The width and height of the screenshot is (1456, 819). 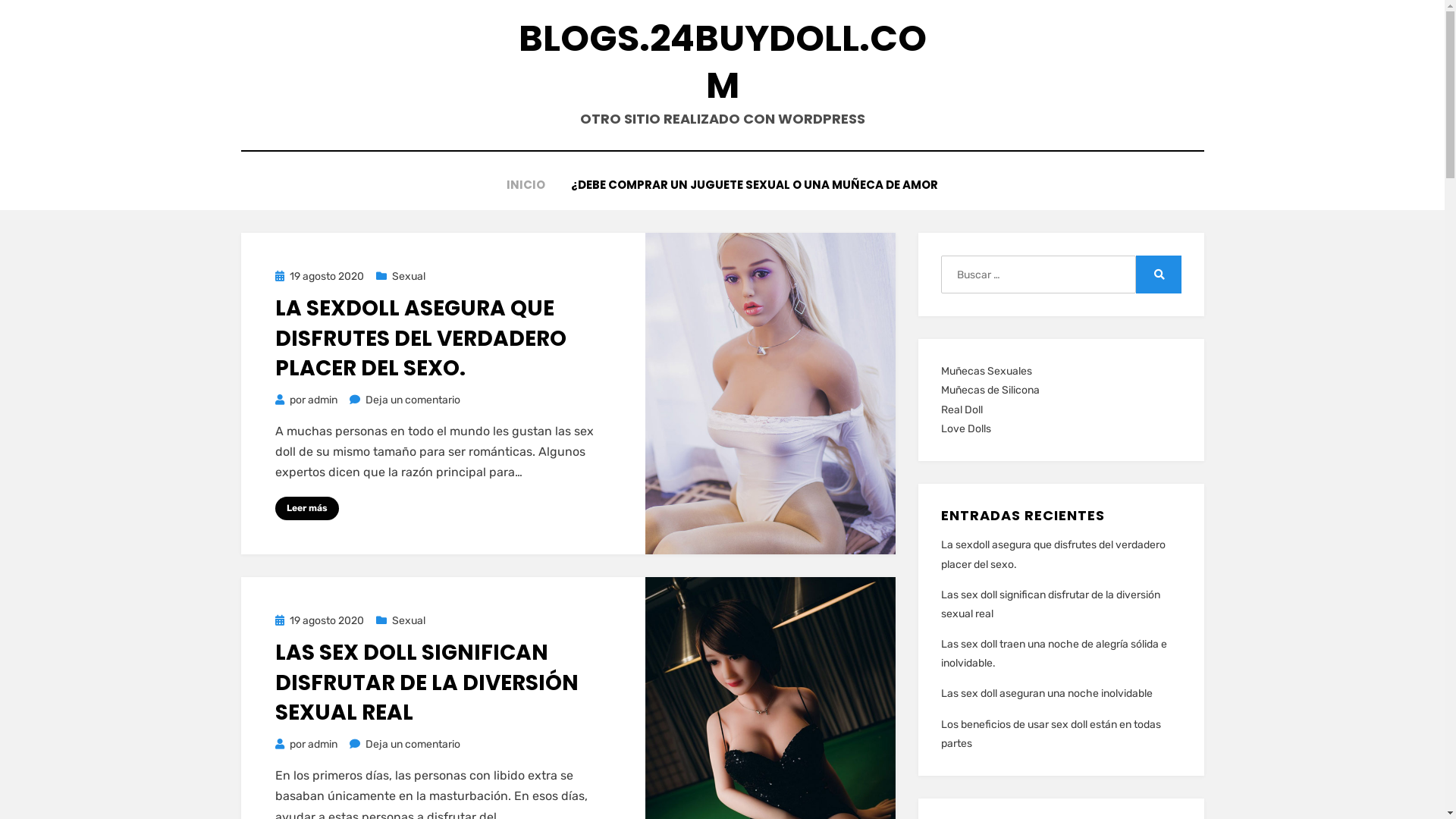 I want to click on 'INICIO', so click(x=526, y=184).